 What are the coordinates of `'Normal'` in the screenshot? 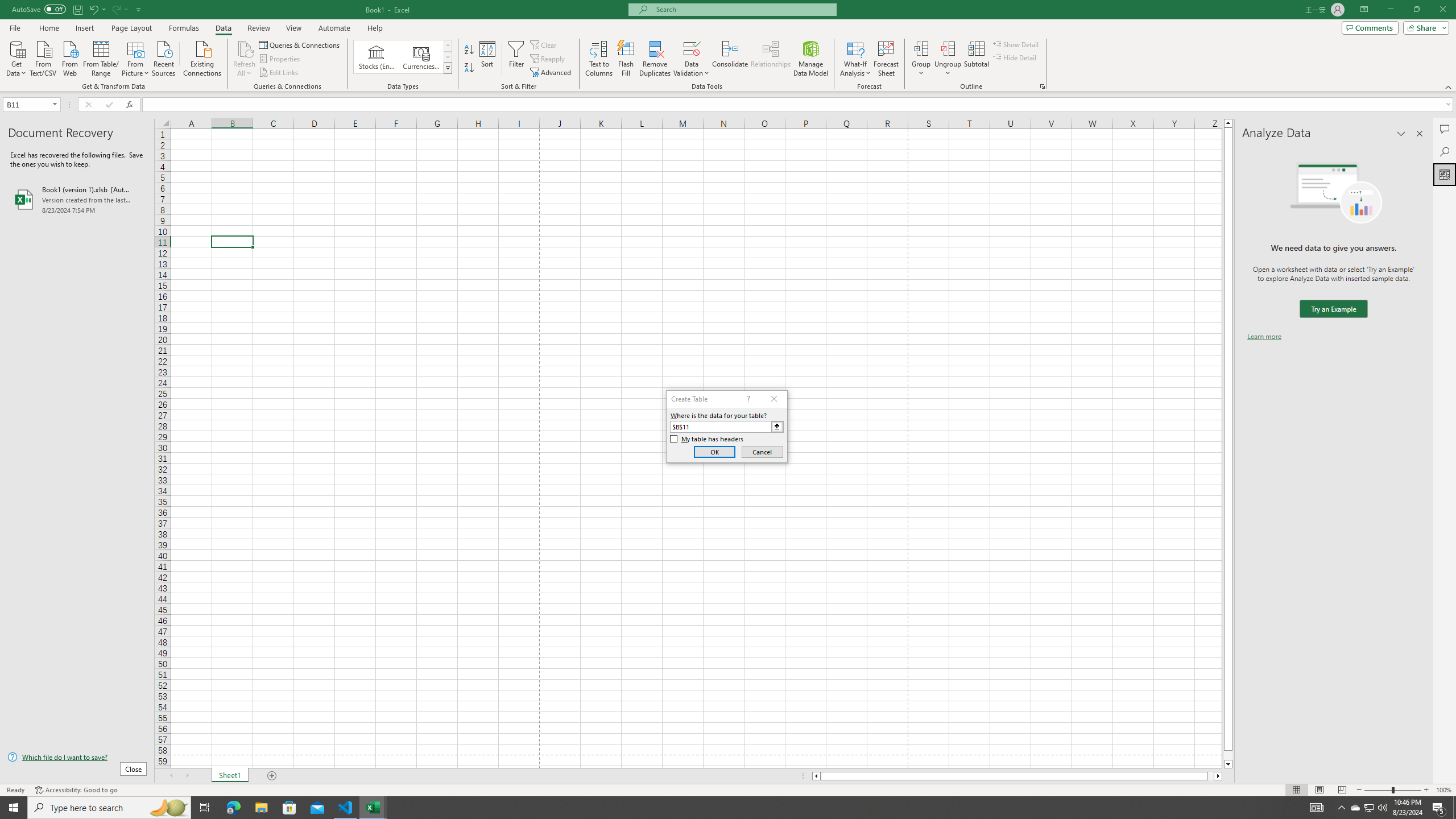 It's located at (1296, 790).